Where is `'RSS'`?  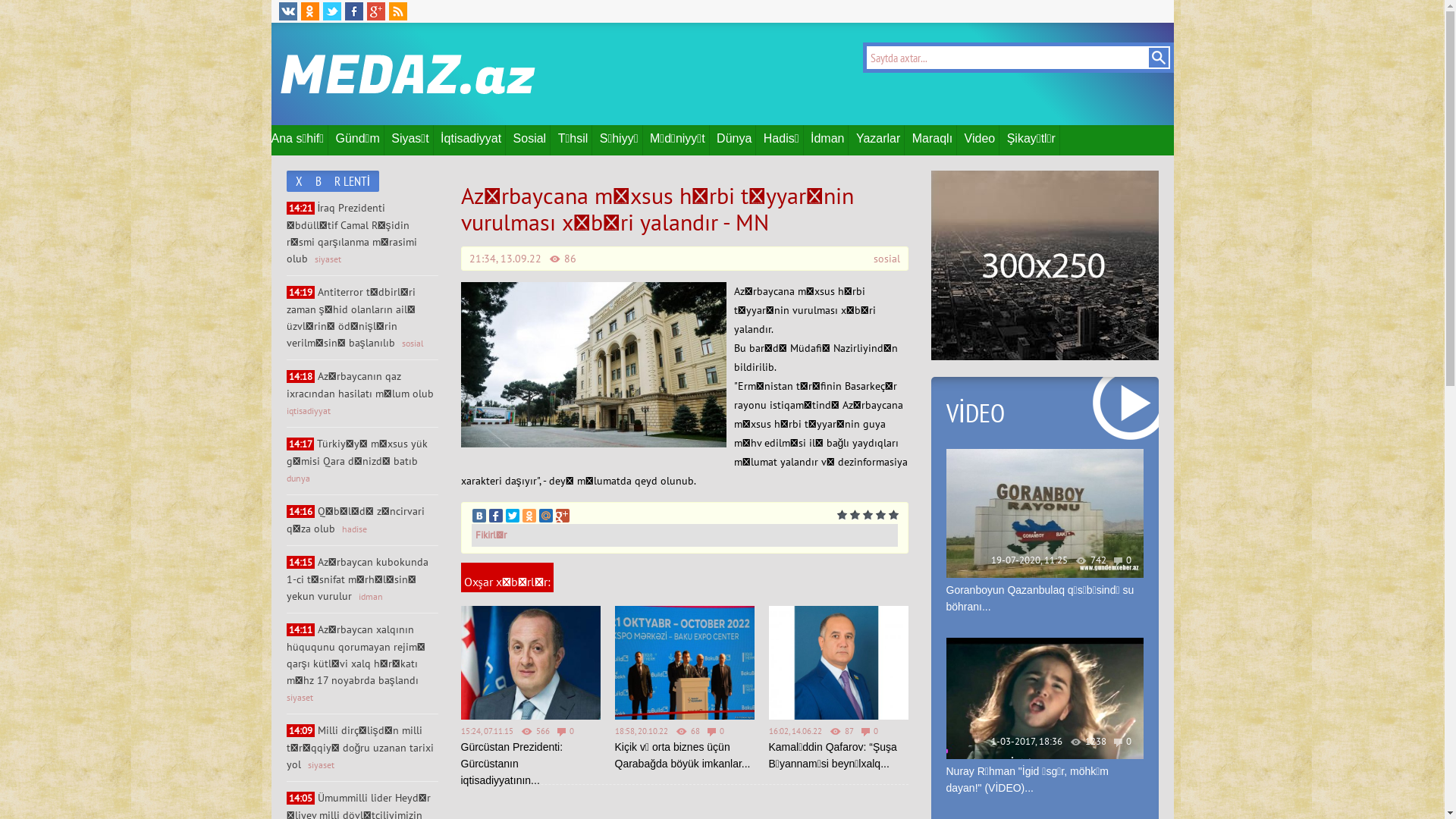
'RSS' is located at coordinates (397, 11).